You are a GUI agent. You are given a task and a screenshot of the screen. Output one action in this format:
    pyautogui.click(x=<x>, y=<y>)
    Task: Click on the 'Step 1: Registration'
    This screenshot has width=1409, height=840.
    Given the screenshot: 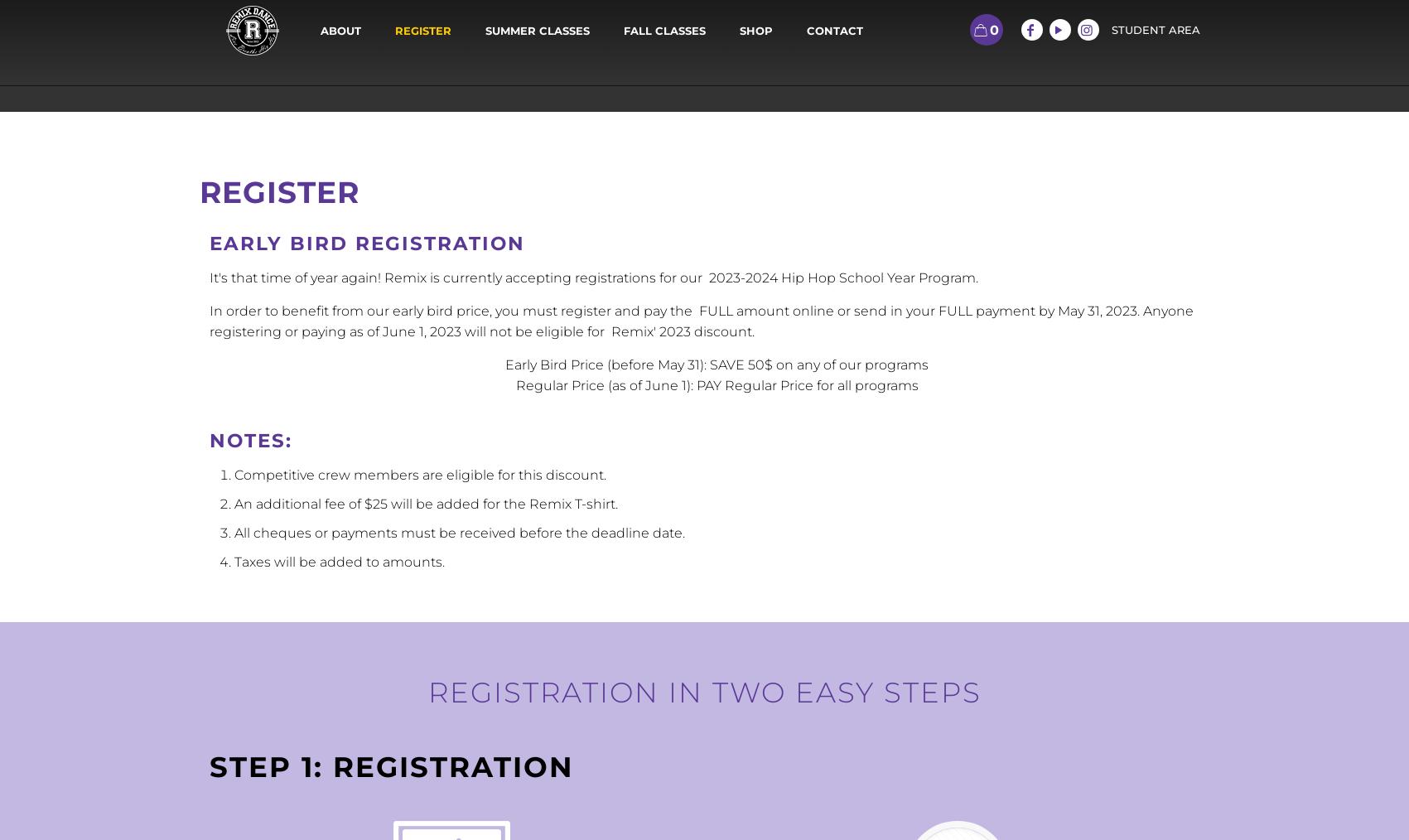 What is the action you would take?
    pyautogui.click(x=389, y=765)
    